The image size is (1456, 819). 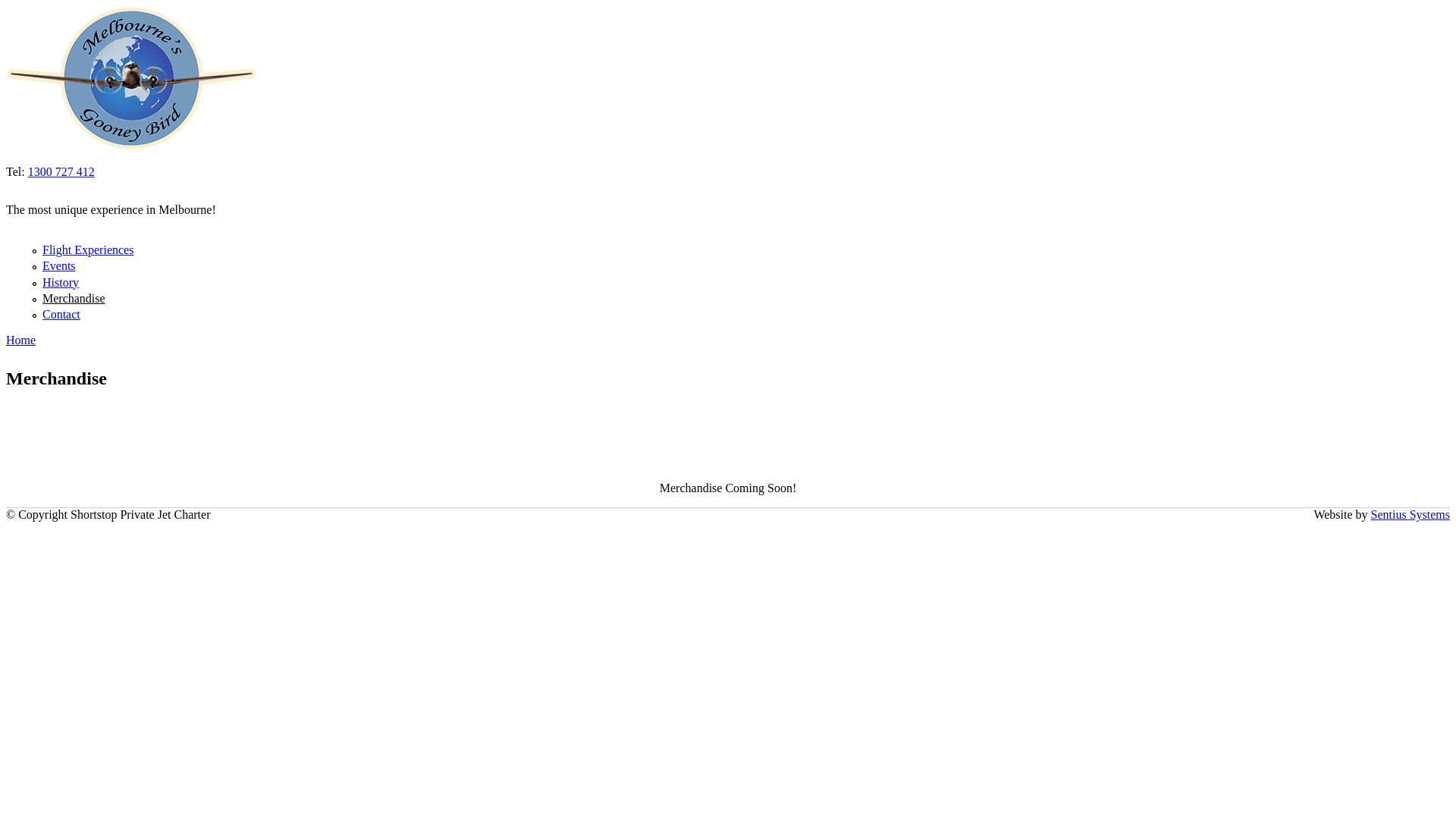 What do you see at coordinates (86, 249) in the screenshot?
I see `'Flight Experiences'` at bounding box center [86, 249].